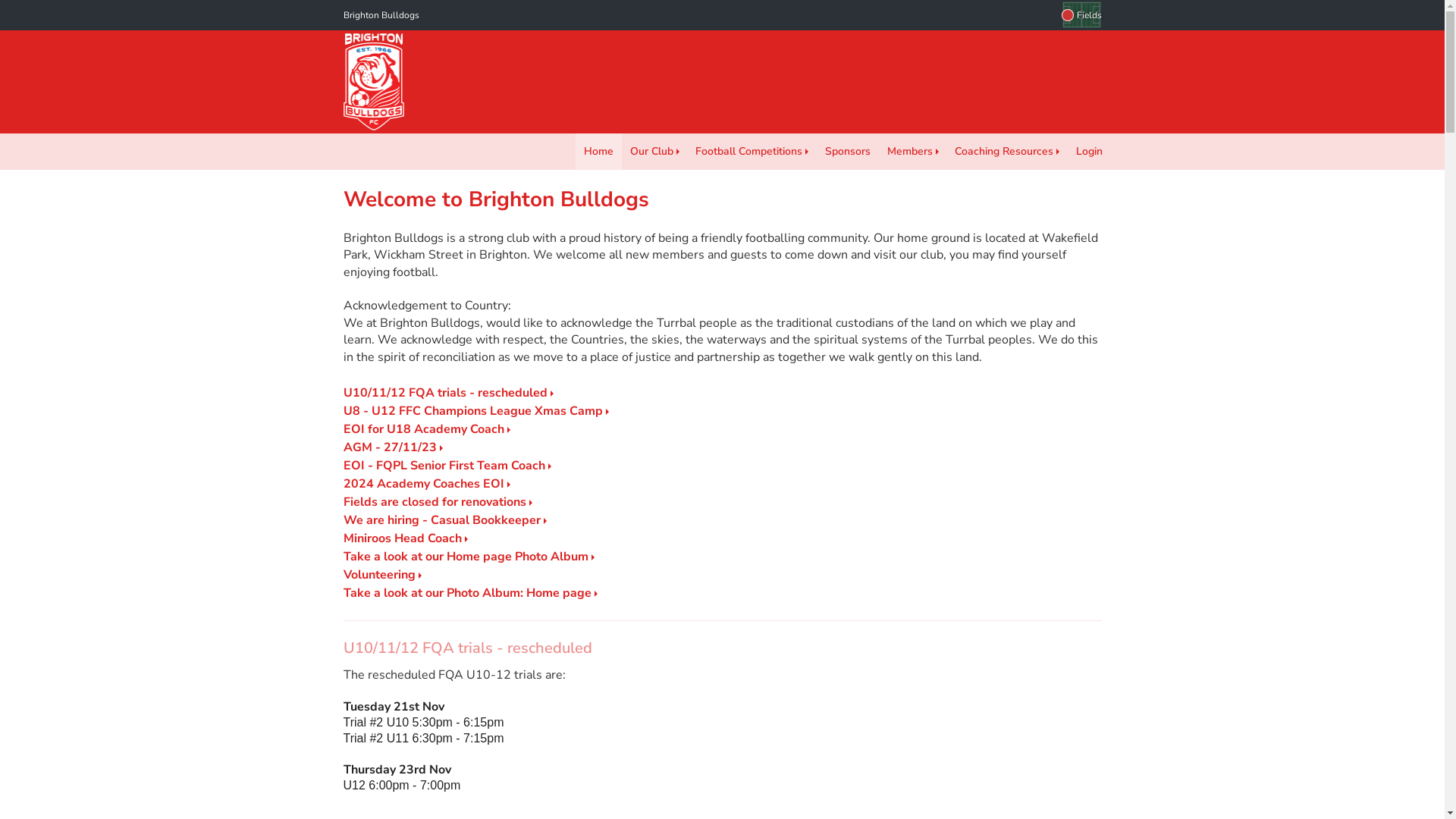 The width and height of the screenshot is (1456, 819). Describe the element at coordinates (654, 152) in the screenshot. I see `'Our Club'` at that location.